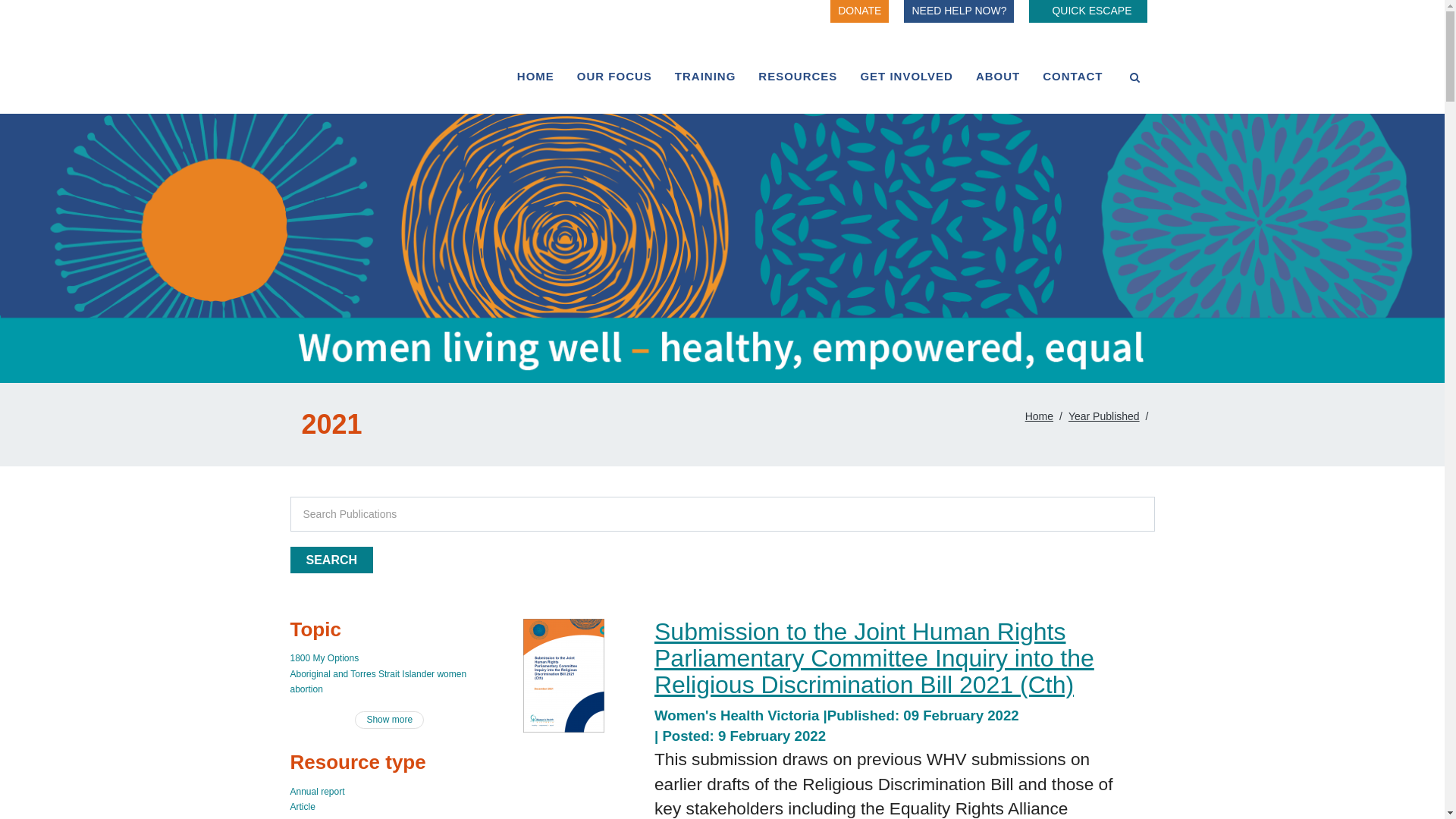 This screenshot has width=1456, height=819. What do you see at coordinates (964, 76) in the screenshot?
I see `'ABOUT'` at bounding box center [964, 76].